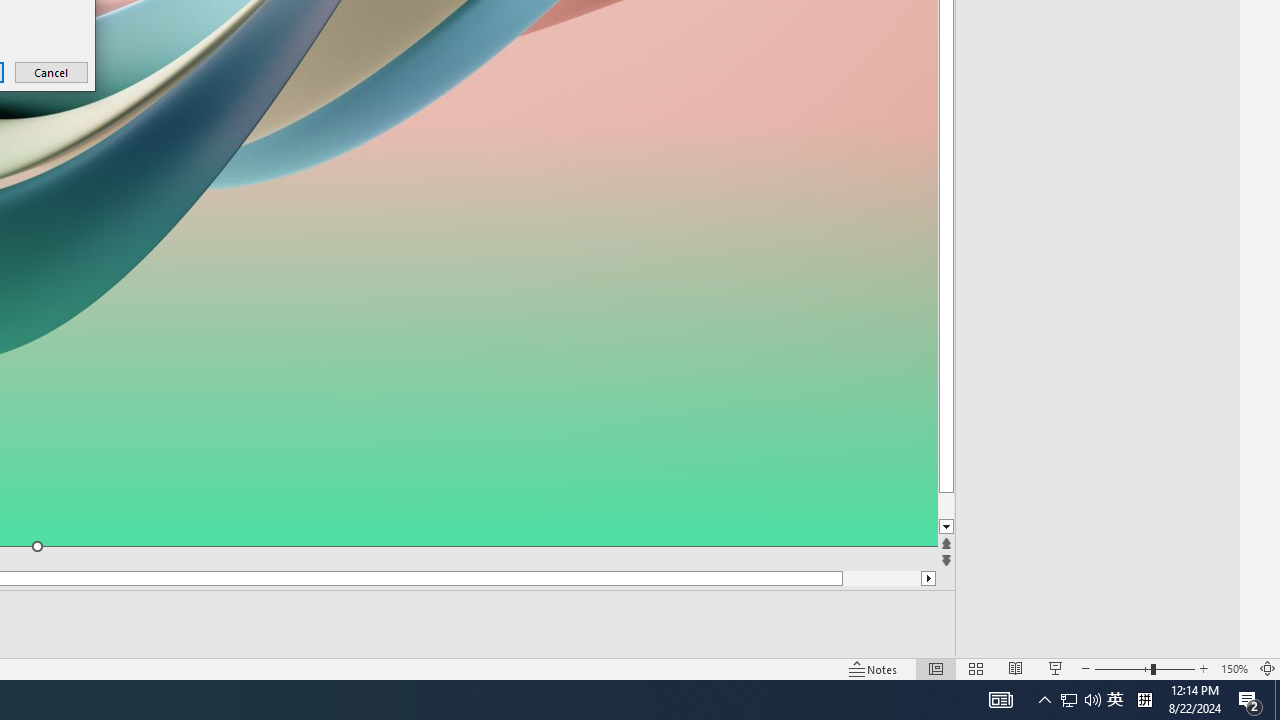  I want to click on 'Action Center, 2 new notifications', so click(1250, 698).